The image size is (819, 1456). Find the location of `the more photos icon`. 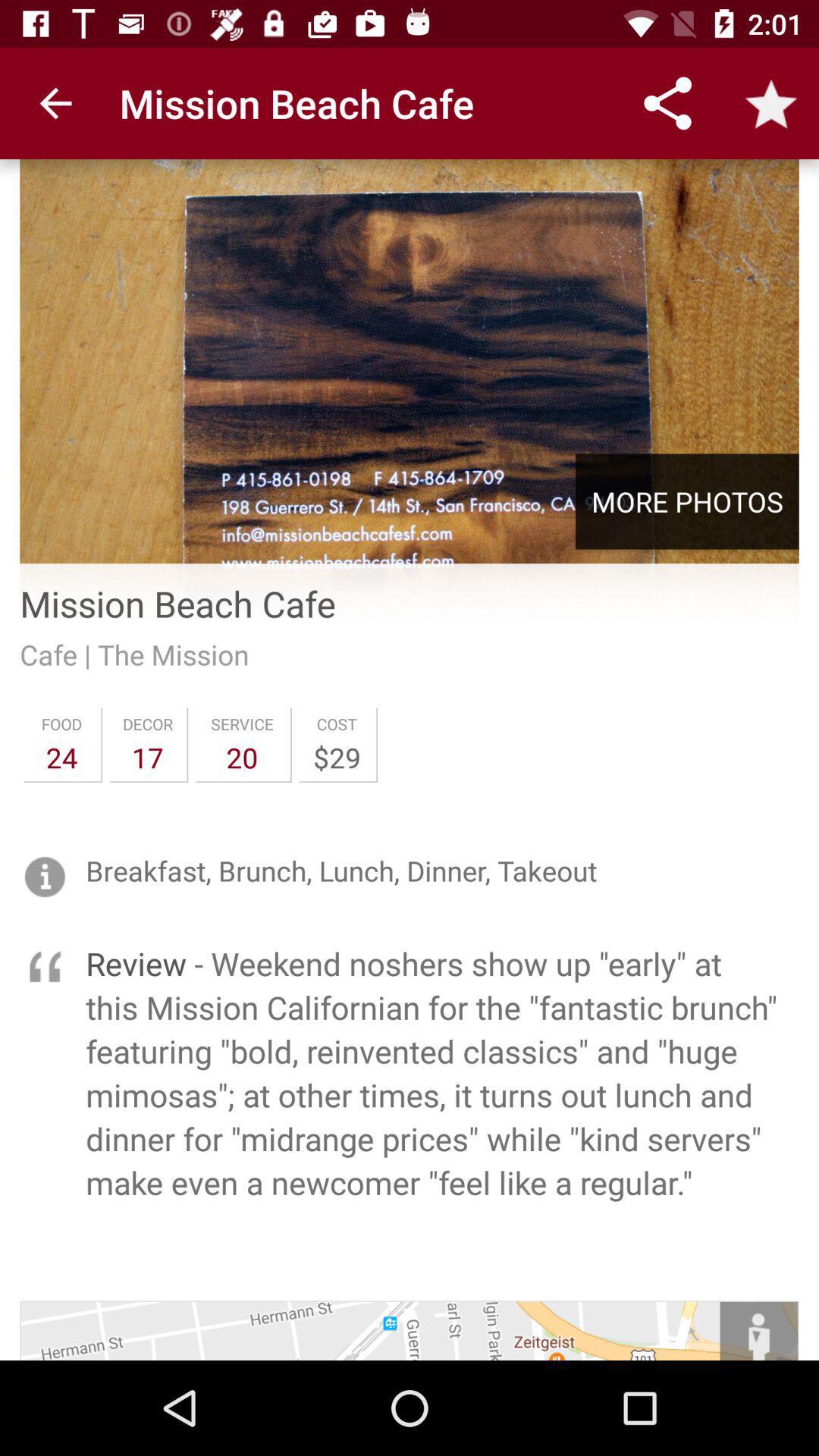

the more photos icon is located at coordinates (687, 501).